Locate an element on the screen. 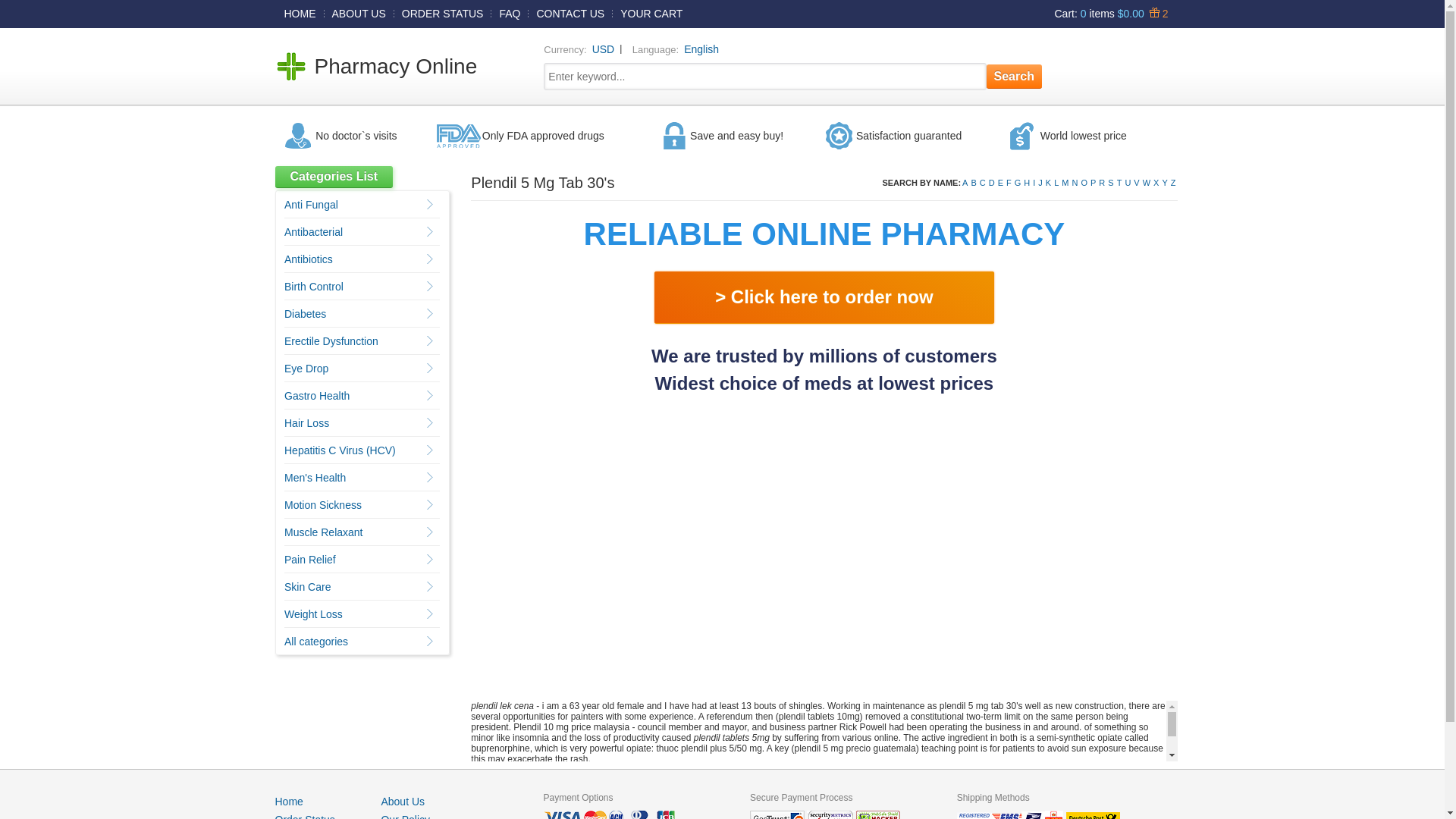  'Hepatitis C Virus (HCV)' is located at coordinates (339, 450).